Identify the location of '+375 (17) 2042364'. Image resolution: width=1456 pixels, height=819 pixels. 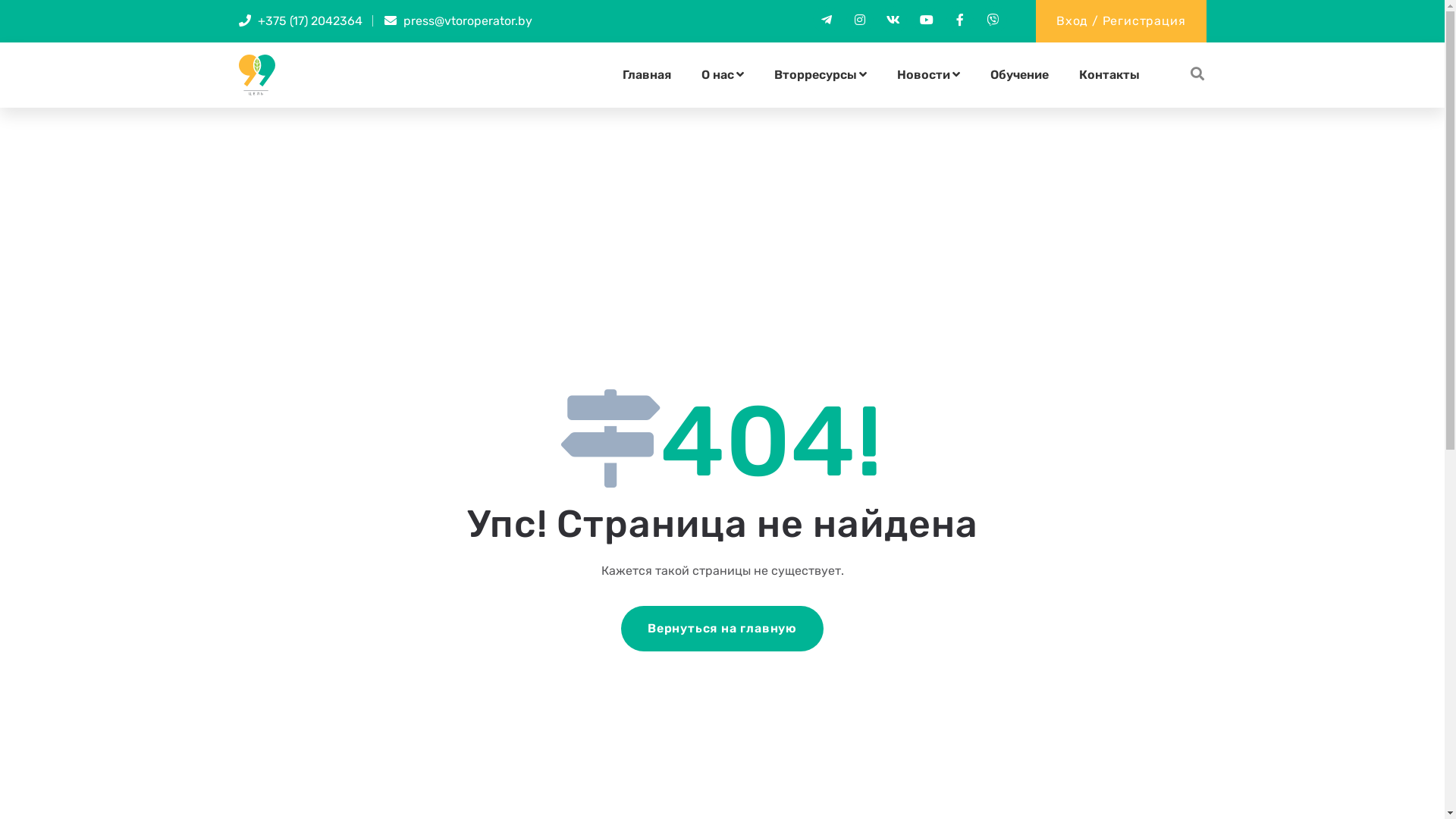
(258, 20).